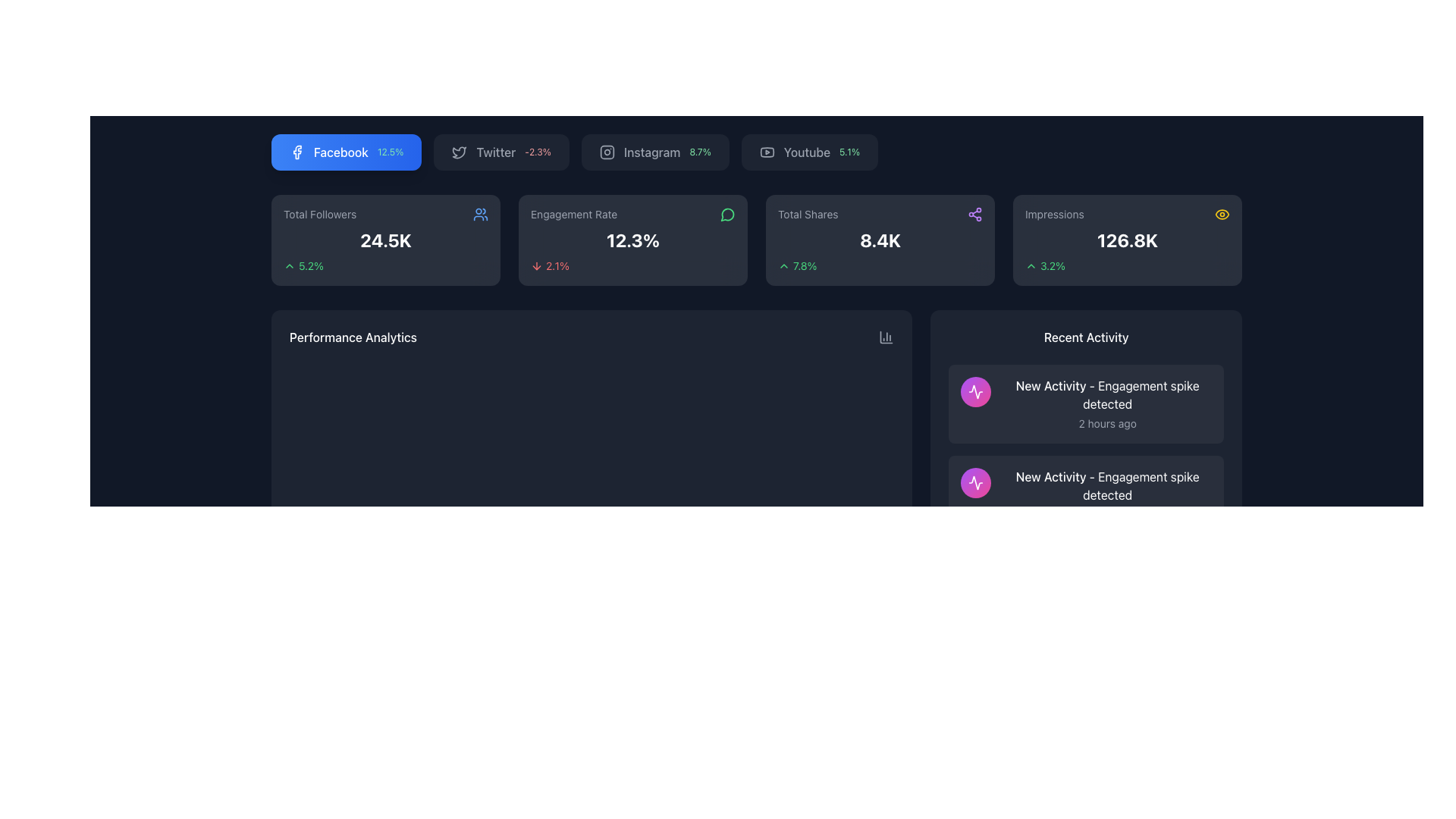 The height and width of the screenshot is (819, 1456). Describe the element at coordinates (886, 336) in the screenshot. I see `the vertical bar chart icon in the top-right section of the dark-themed dashboard labeled 'Performance Analytics'` at that location.